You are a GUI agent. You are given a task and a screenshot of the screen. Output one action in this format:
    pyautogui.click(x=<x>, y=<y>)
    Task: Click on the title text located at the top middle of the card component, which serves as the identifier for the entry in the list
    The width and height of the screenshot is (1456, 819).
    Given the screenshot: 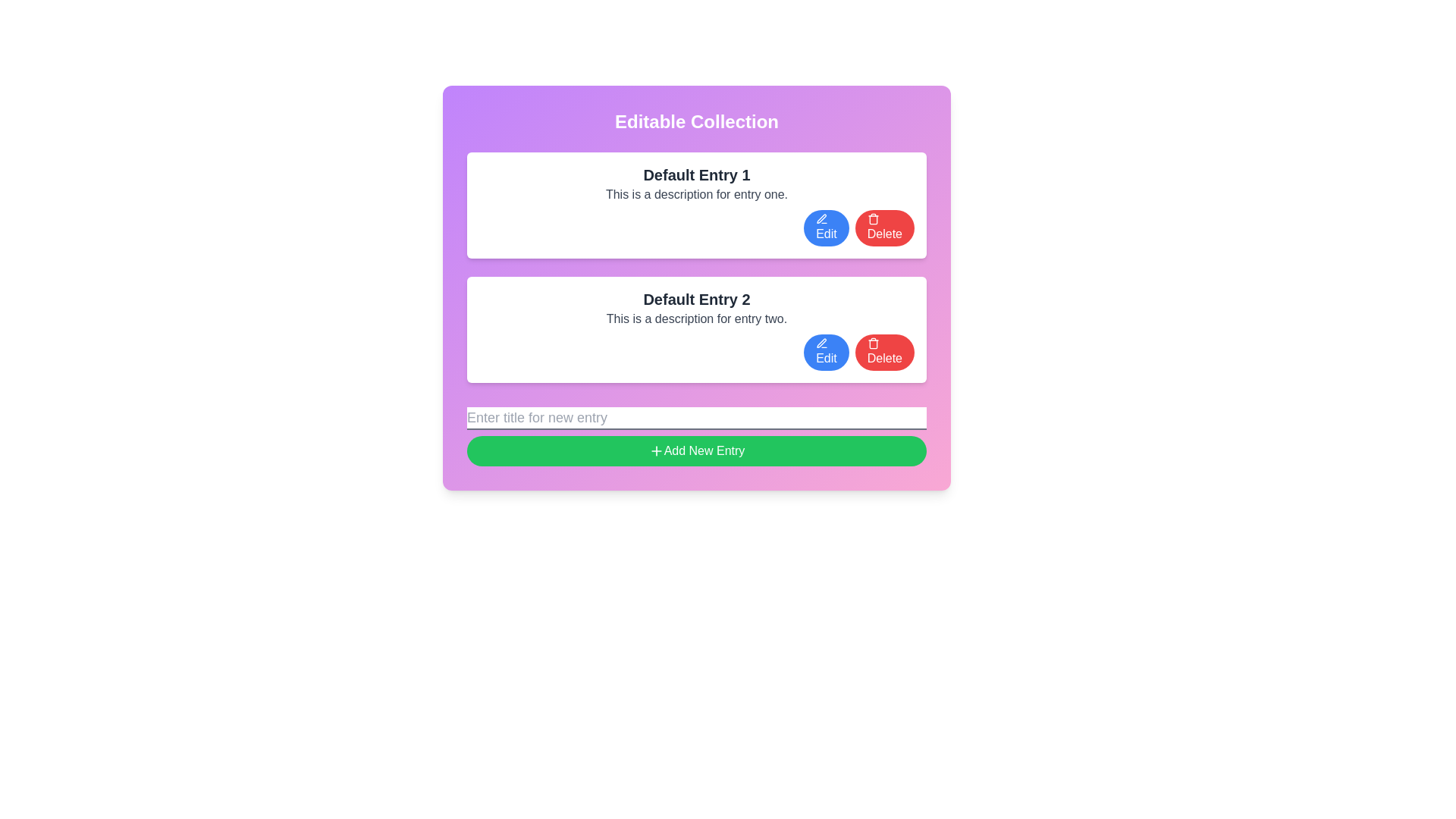 What is the action you would take?
    pyautogui.click(x=695, y=299)
    